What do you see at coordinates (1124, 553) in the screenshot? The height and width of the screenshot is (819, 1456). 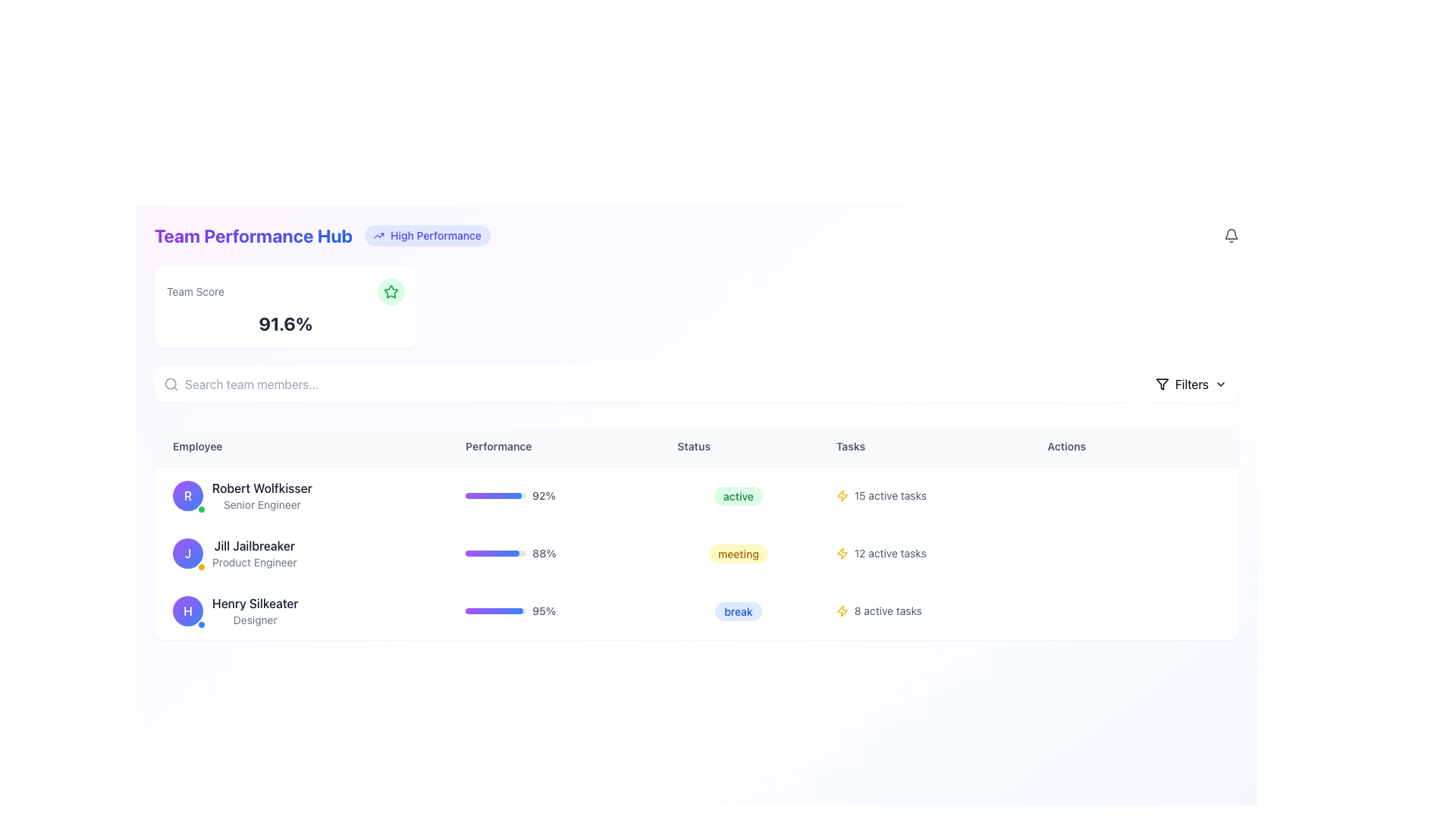 I see `the third interactive button in the 'Actions' column of the data table associated with 'Jill Jailbreaker', which functions as an action button for messages or communication` at bounding box center [1124, 553].